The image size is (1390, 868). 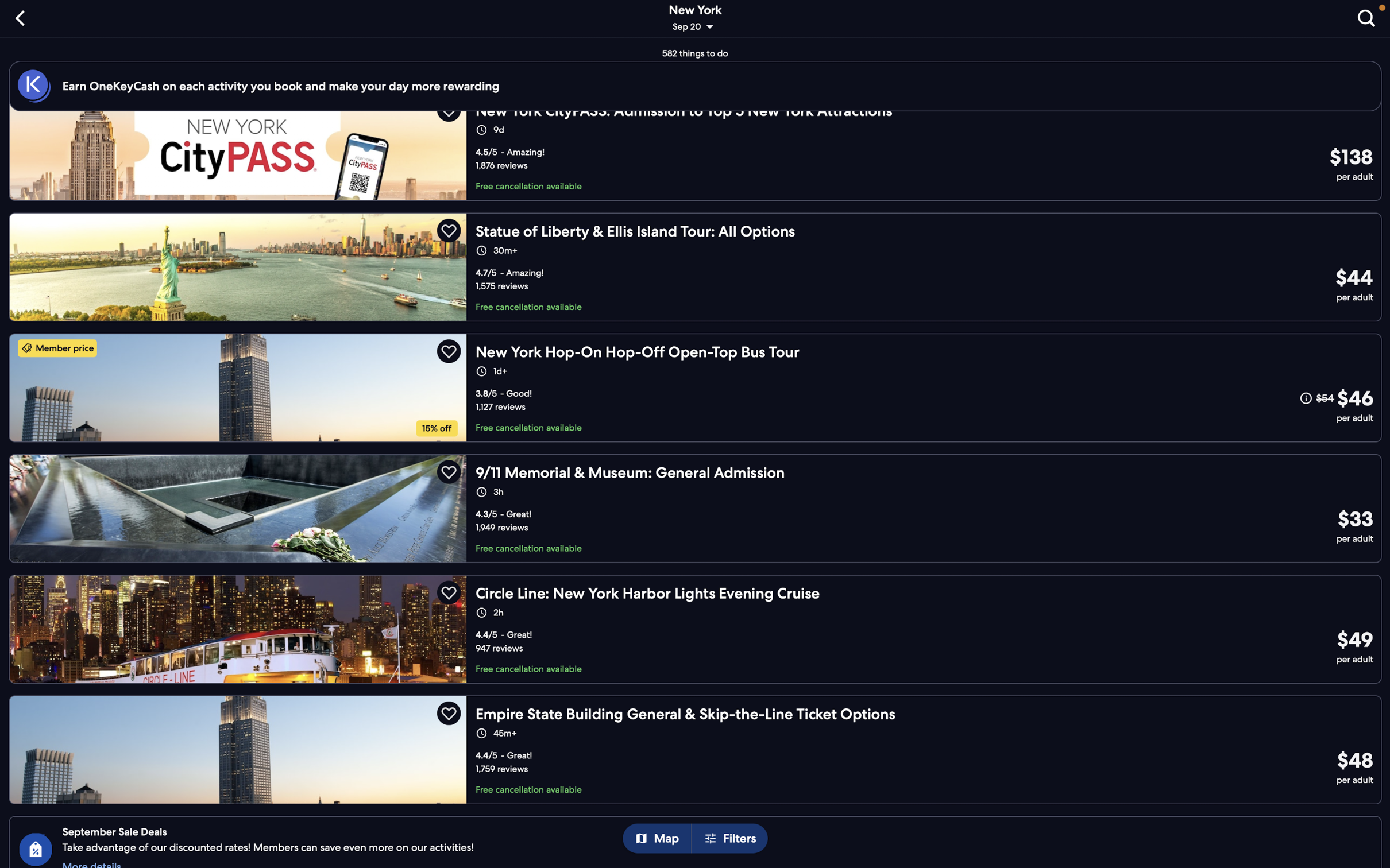 I want to click on Pick "memorial tour" item for the itinerary inclusion, so click(x=695, y=507).